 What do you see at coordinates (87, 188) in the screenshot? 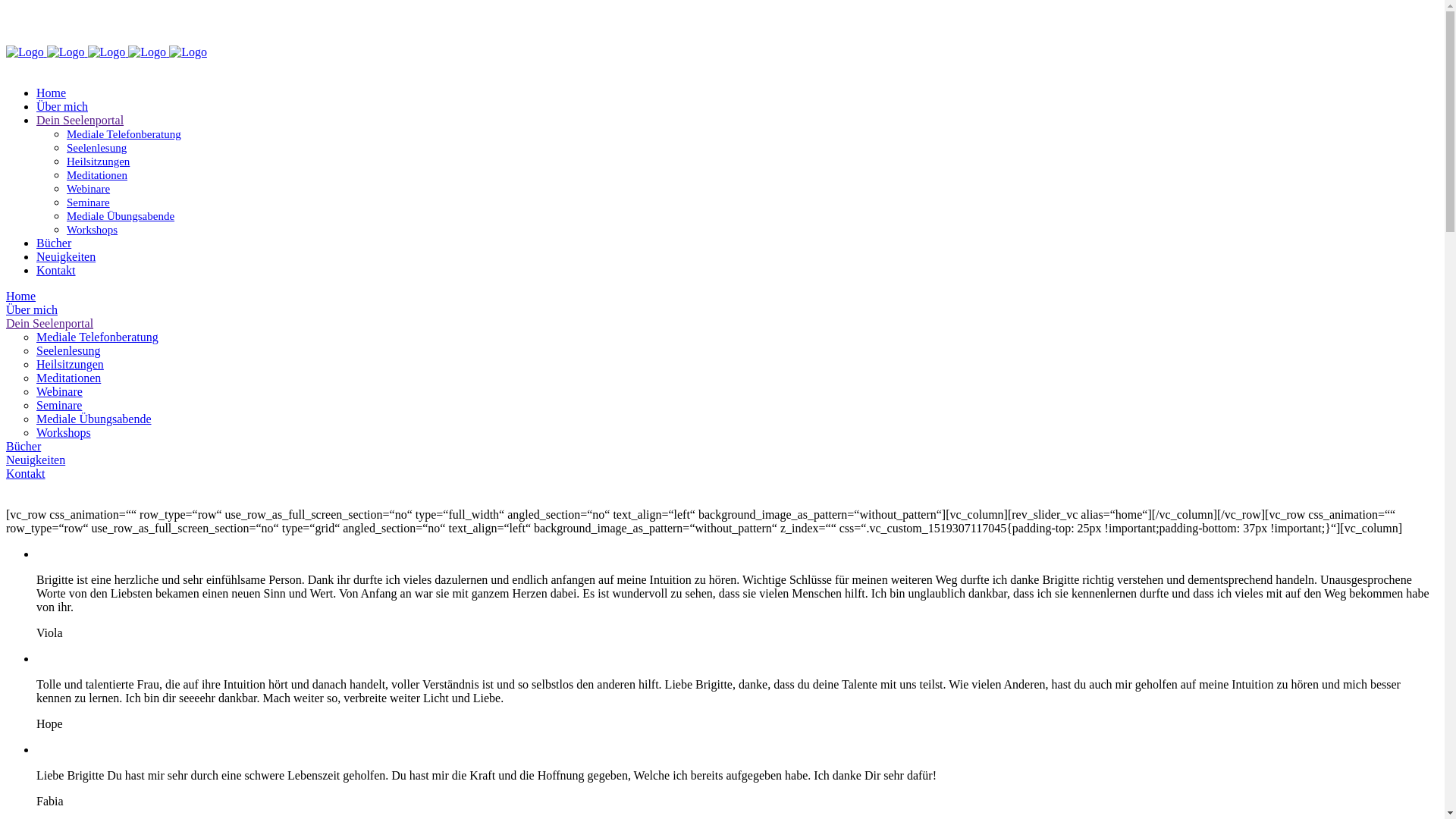
I see `'Webinare'` at bounding box center [87, 188].